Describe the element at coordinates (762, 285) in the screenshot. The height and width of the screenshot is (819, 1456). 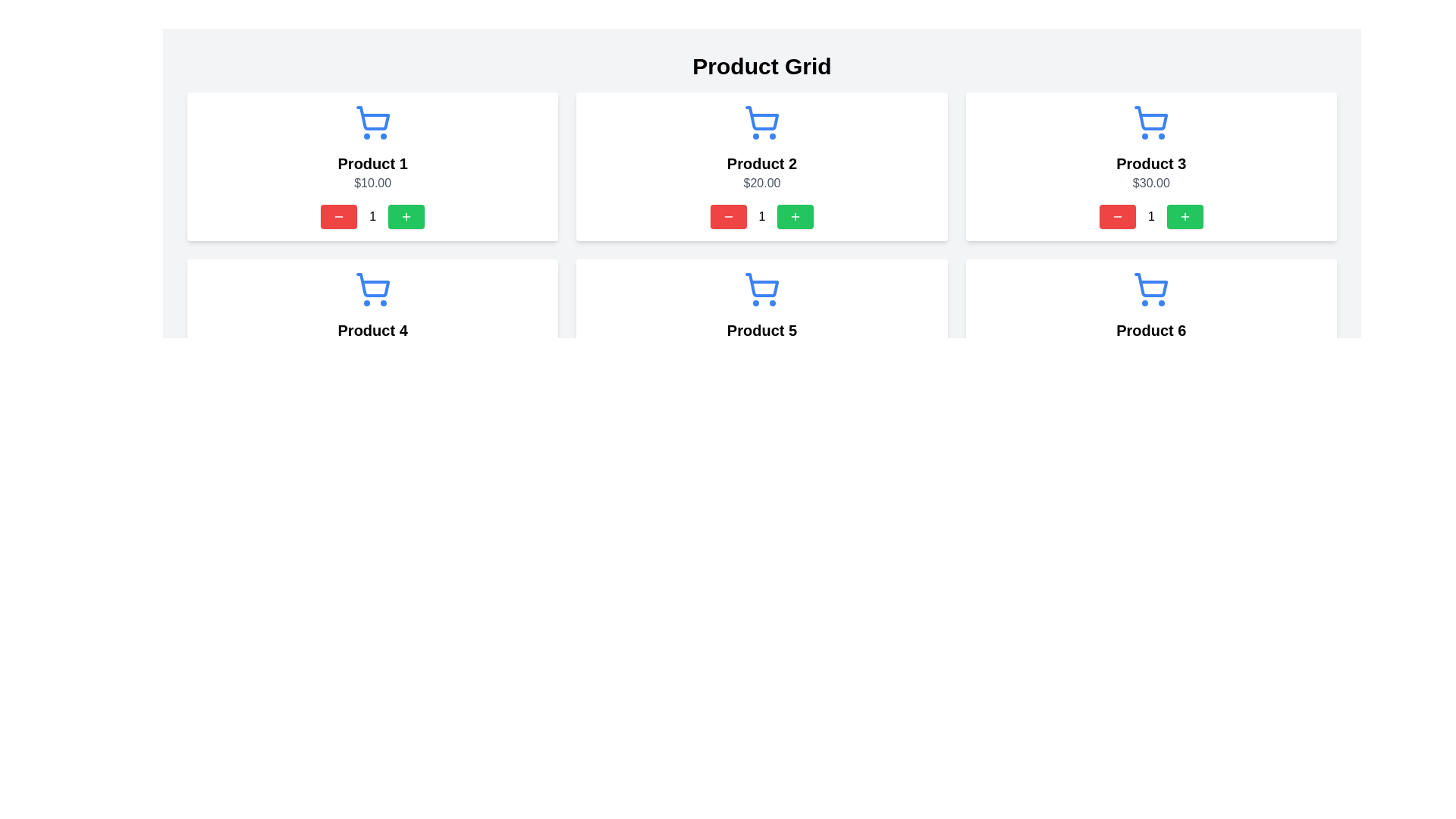
I see `the shopping cart icon located in the second row and third column of the product grid layout, which represents adding an item to the cart or viewing cart-related actions` at that location.